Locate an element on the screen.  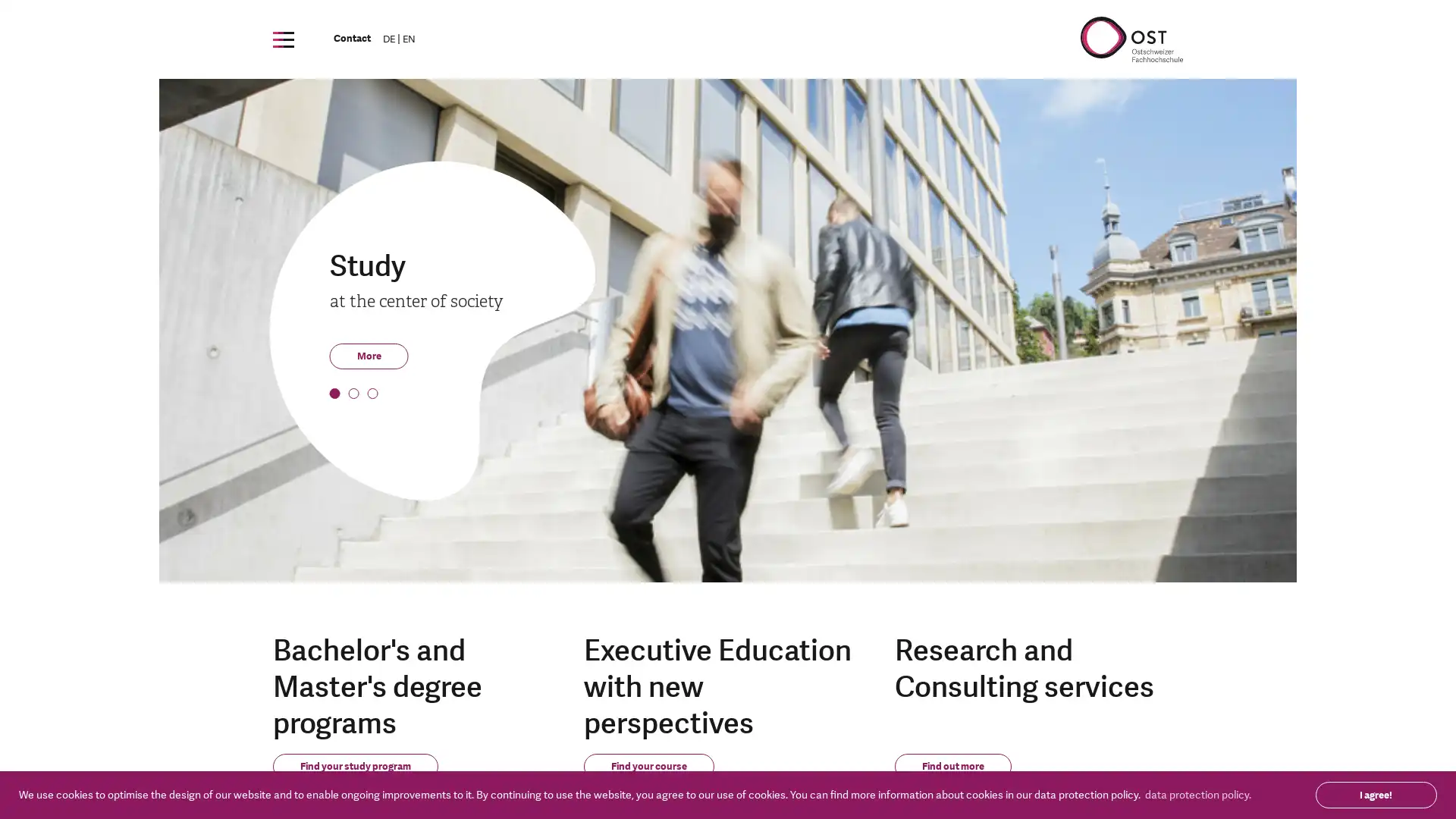
2 is located at coordinates (356, 443).